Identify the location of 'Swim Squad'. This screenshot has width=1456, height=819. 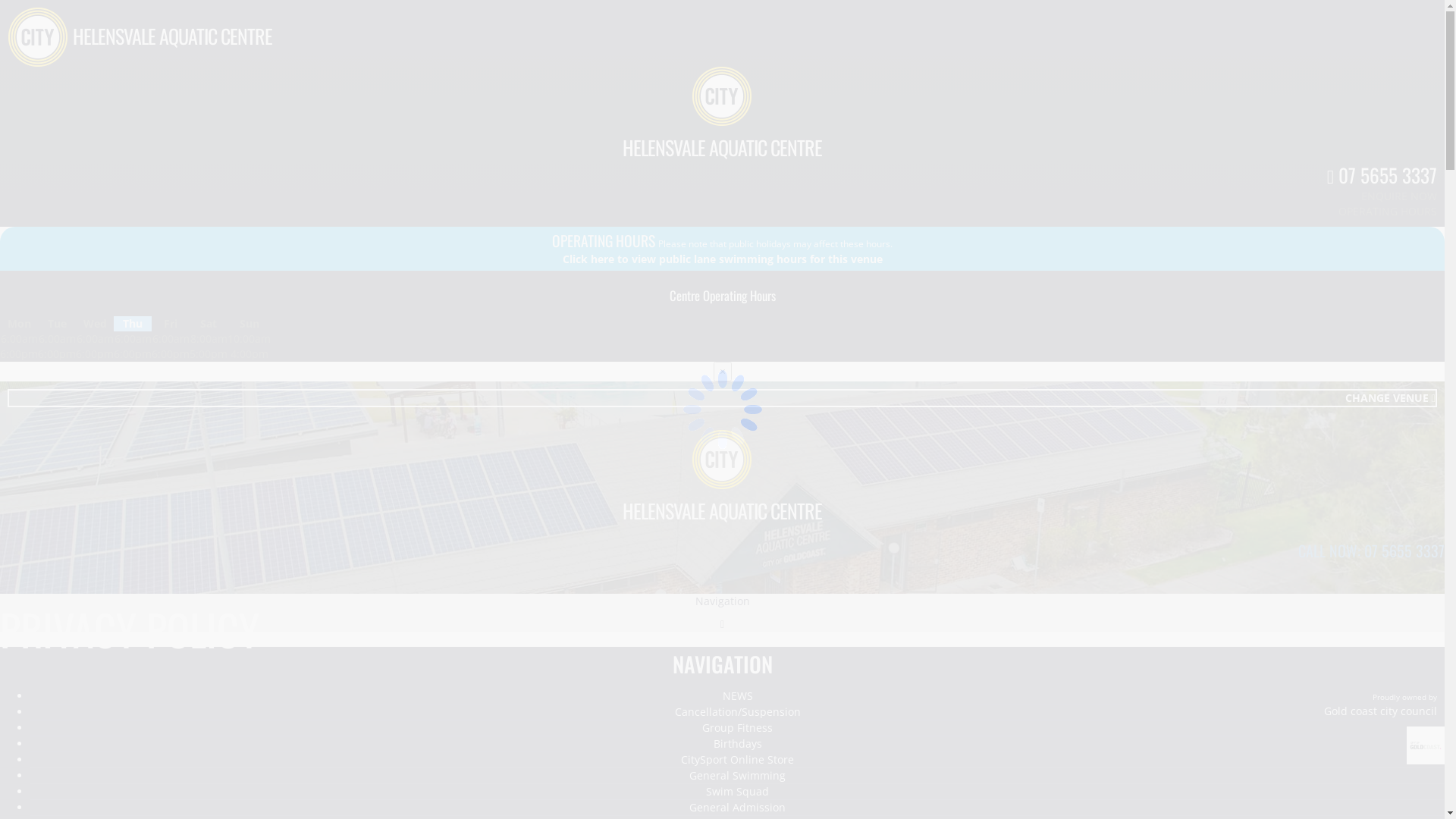
(737, 791).